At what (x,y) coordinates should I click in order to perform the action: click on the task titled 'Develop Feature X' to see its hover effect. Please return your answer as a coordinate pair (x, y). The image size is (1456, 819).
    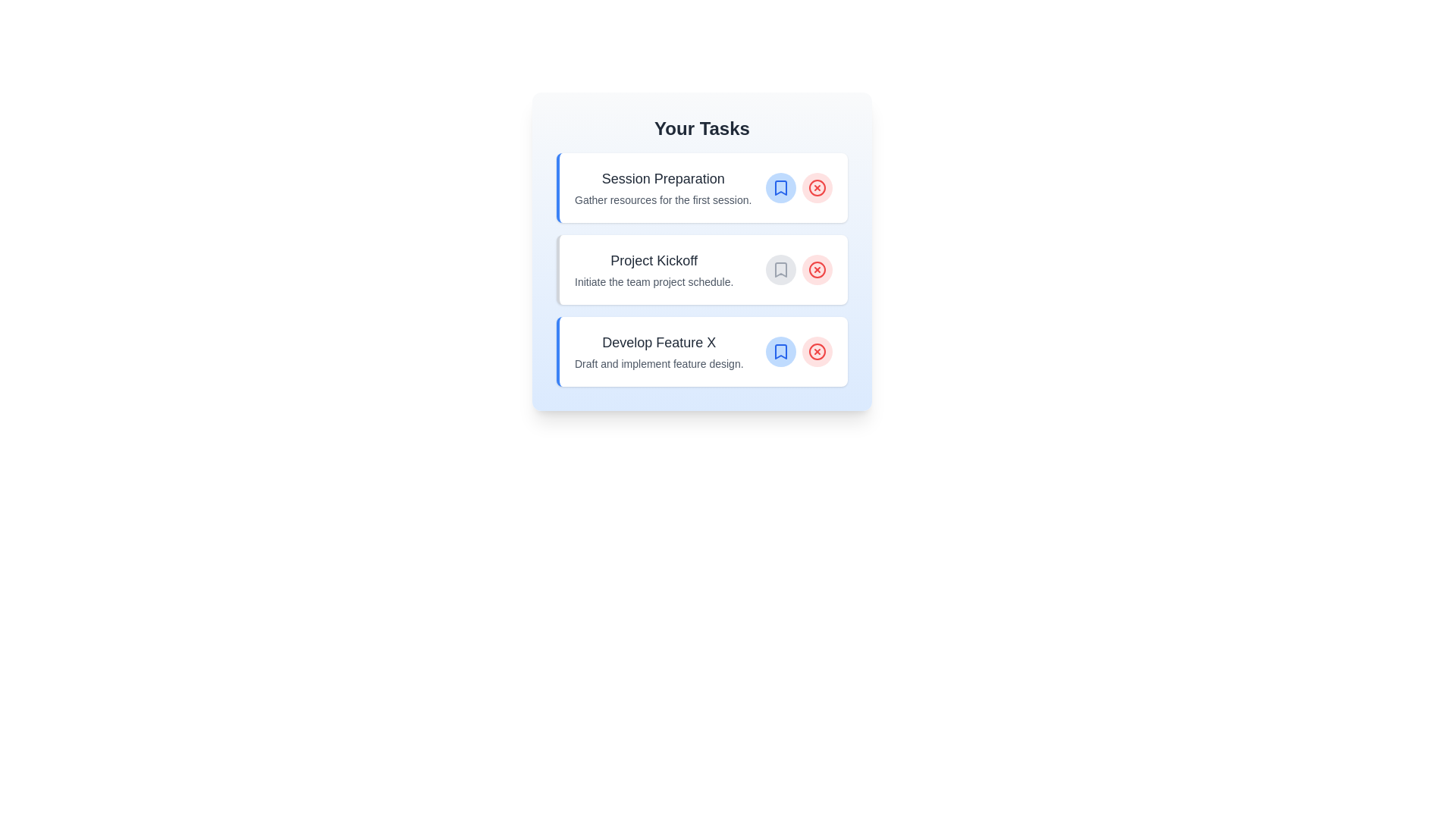
    Looking at the image, I should click on (701, 351).